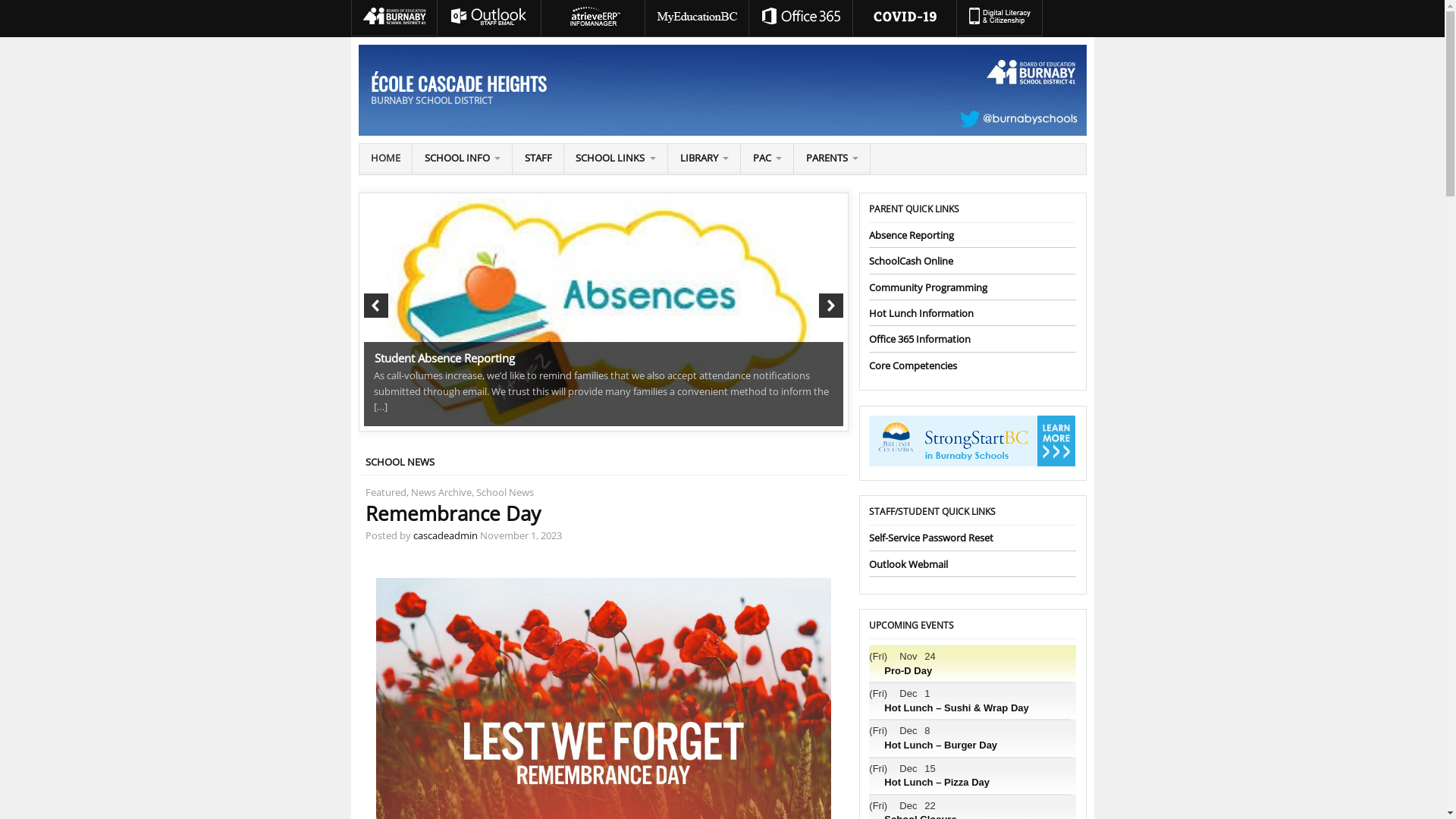 This screenshot has width=1456, height=819. What do you see at coordinates (365, 491) in the screenshot?
I see `'Featured'` at bounding box center [365, 491].